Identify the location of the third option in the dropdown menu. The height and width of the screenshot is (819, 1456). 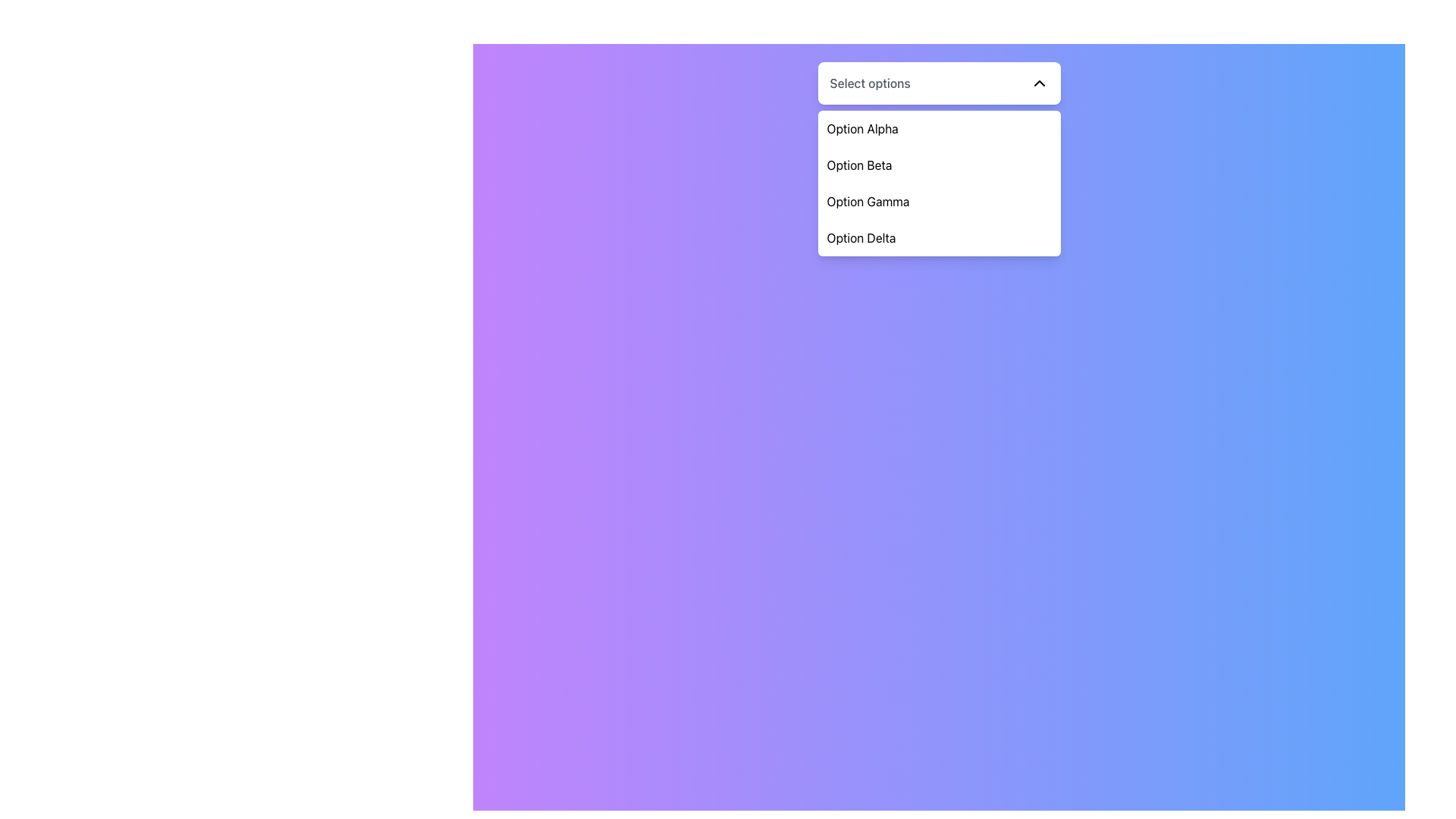
(868, 201).